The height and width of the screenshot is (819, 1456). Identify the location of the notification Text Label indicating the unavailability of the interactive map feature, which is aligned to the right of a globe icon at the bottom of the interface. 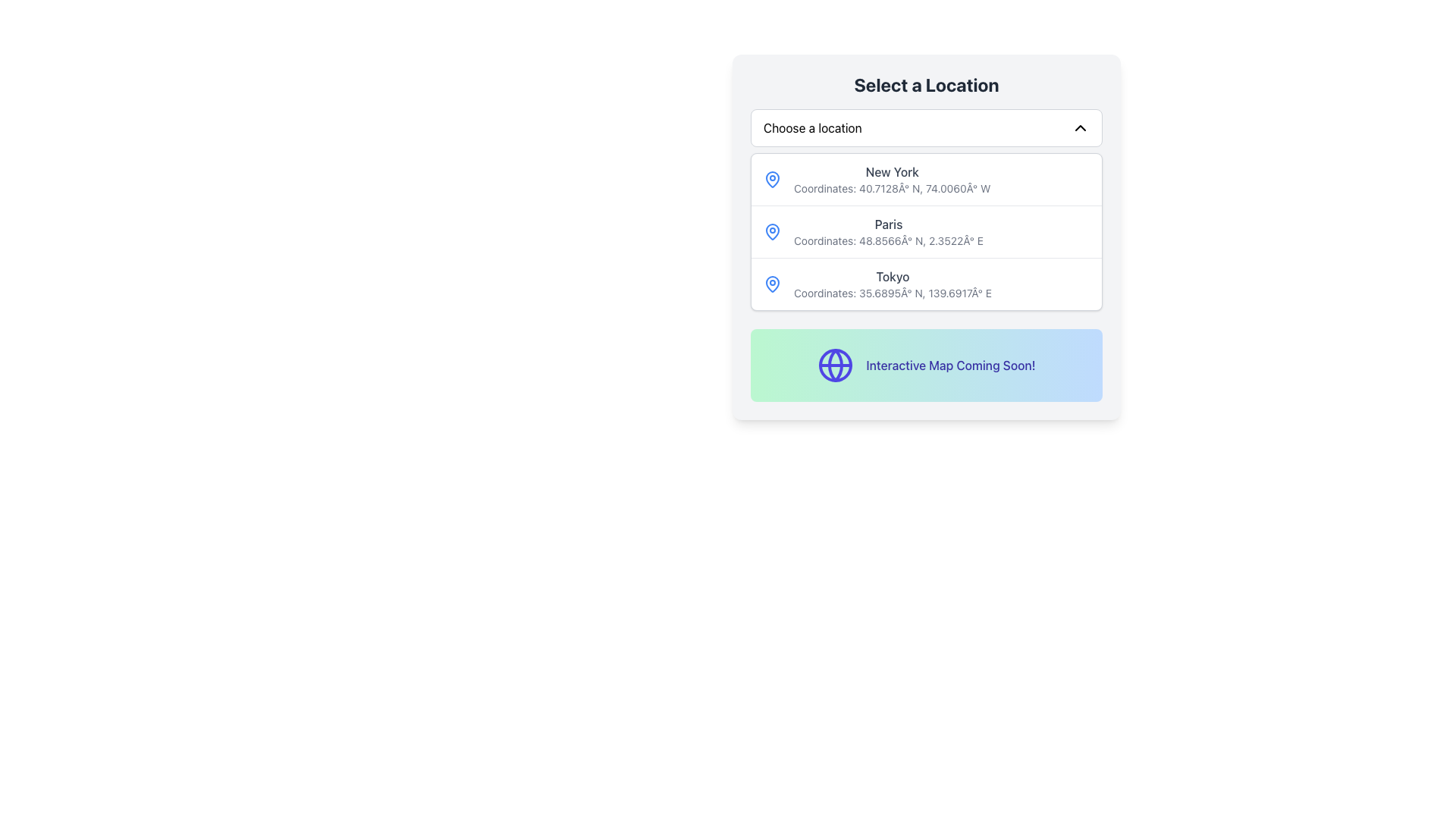
(949, 366).